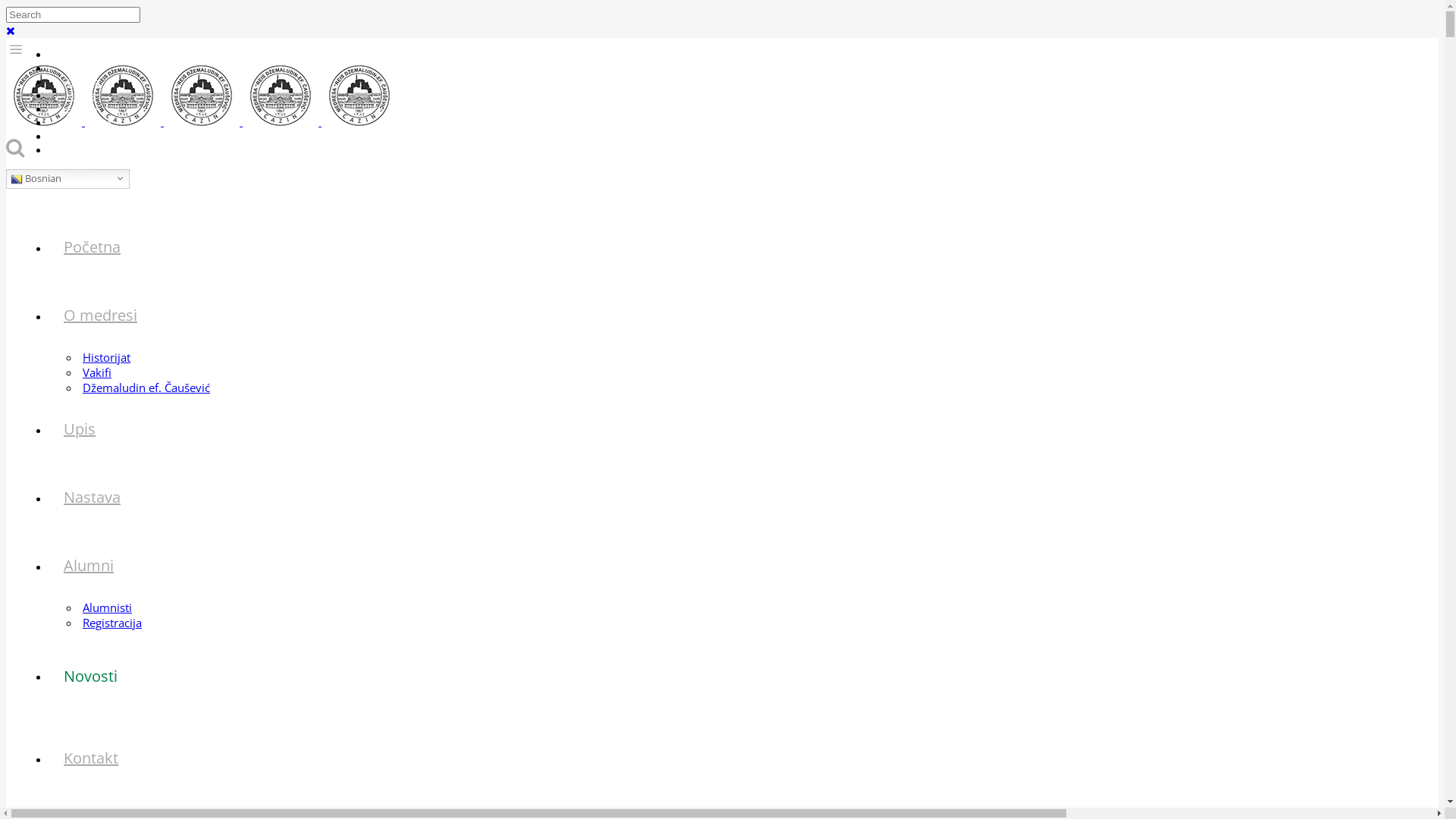 The width and height of the screenshot is (1456, 819). I want to click on 'Arhiva', so click(72, 67).